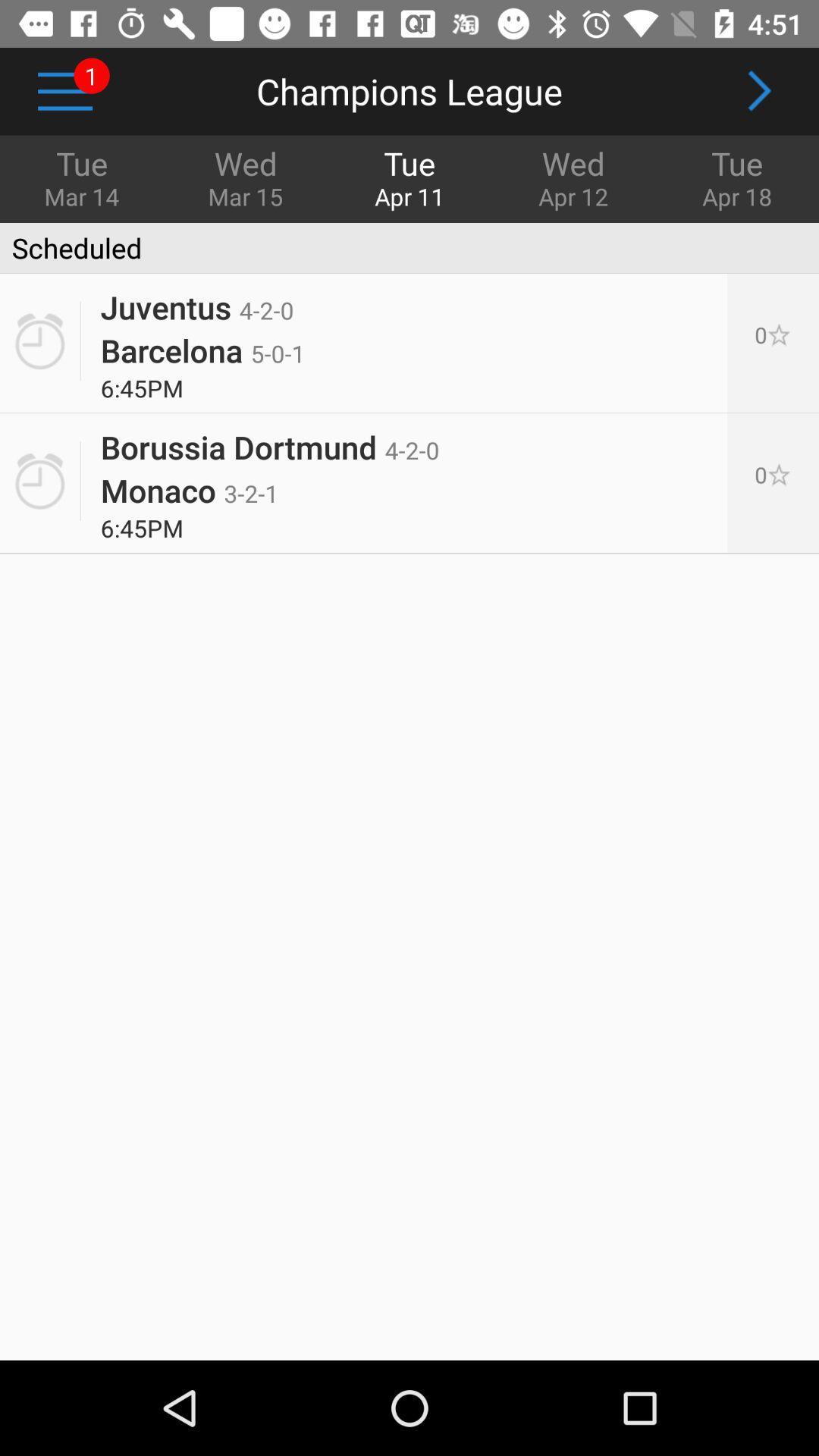 The height and width of the screenshot is (1456, 819). I want to click on icon next to wed, so click(64, 90).